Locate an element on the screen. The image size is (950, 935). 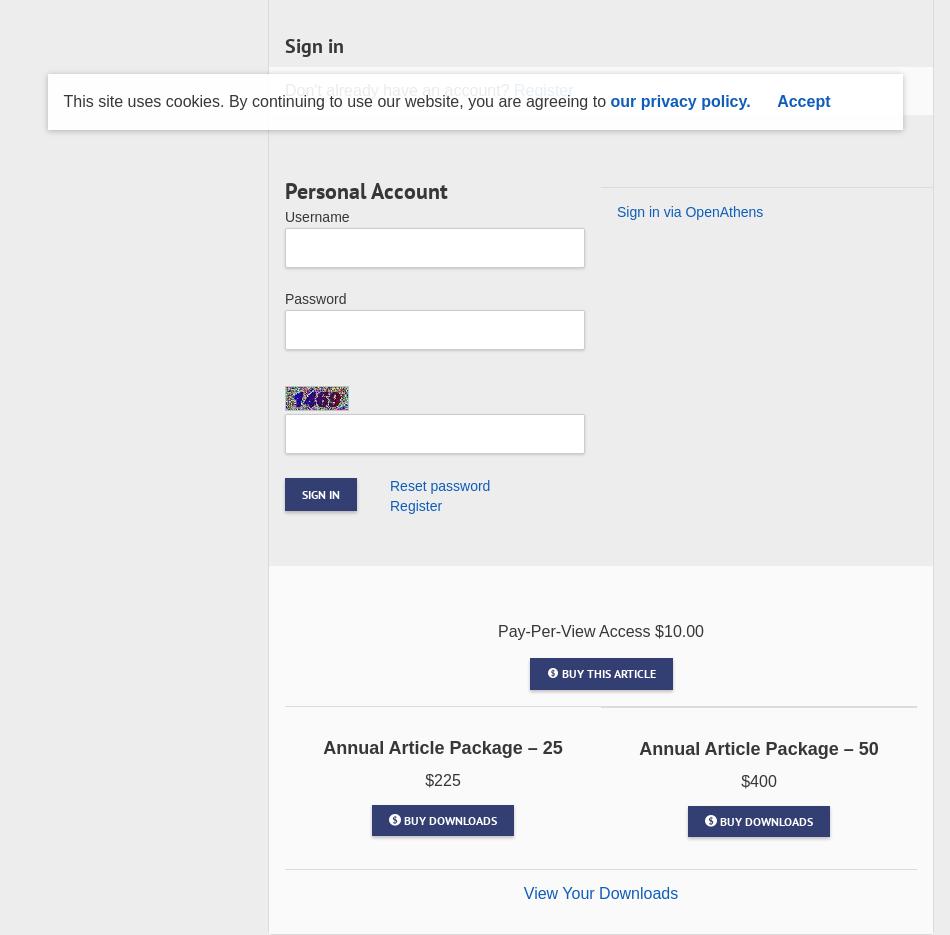
'$10.00' is located at coordinates (679, 630).